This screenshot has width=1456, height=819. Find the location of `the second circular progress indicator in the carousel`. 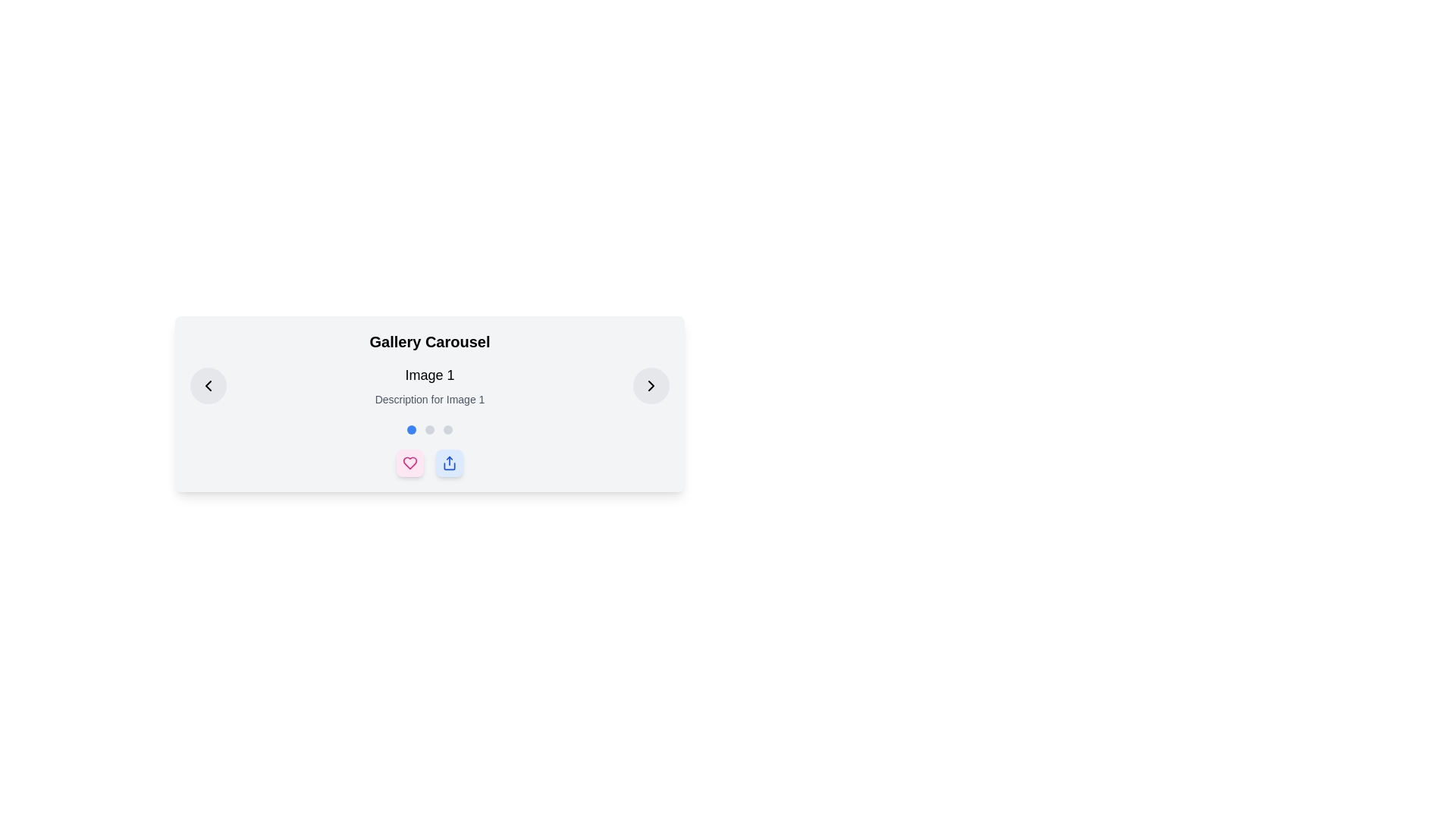

the second circular progress indicator in the carousel is located at coordinates (428, 430).